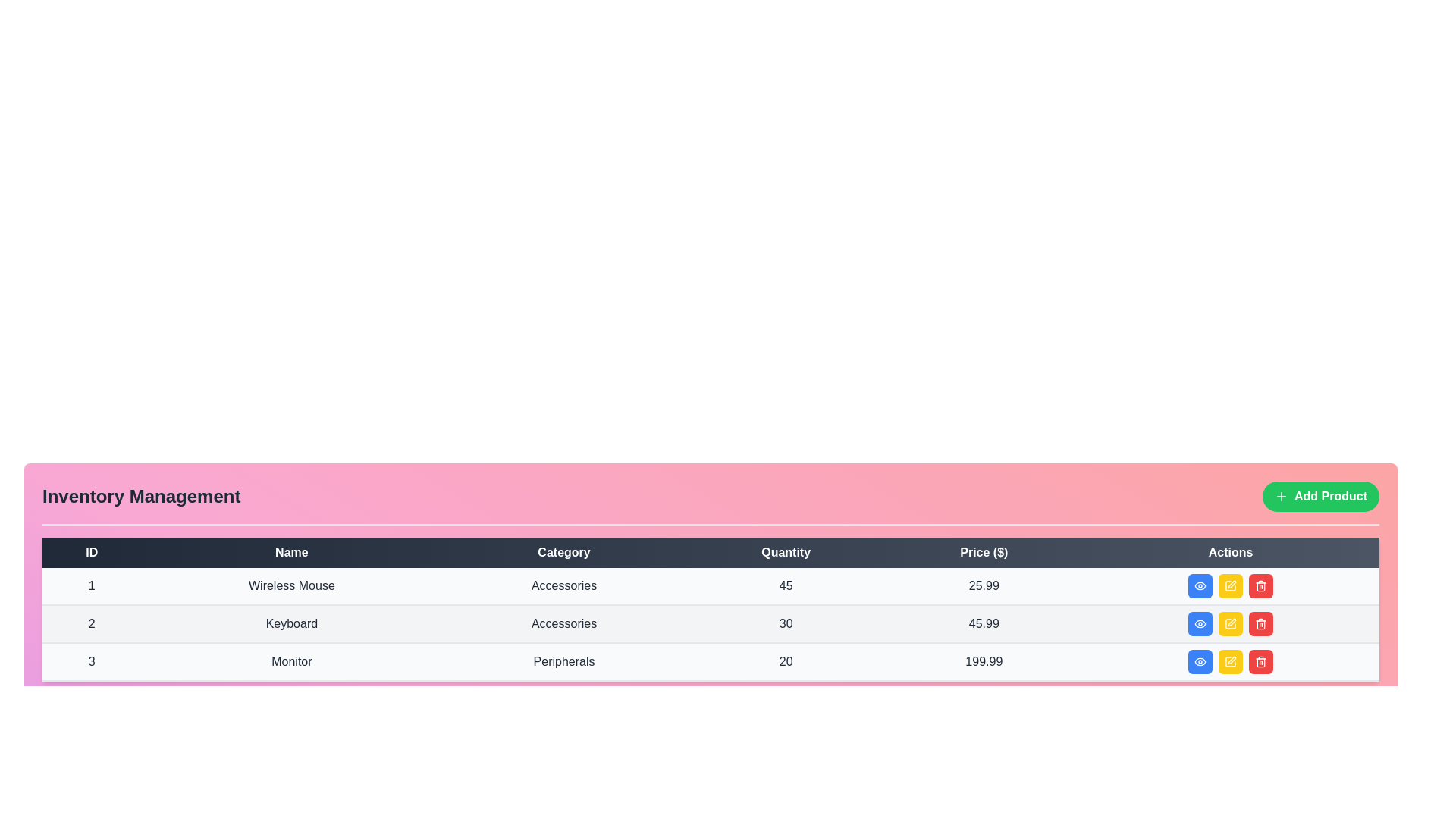  What do you see at coordinates (1231, 585) in the screenshot?
I see `the second button in the 'Actions' column of the table to initiate editing` at bounding box center [1231, 585].